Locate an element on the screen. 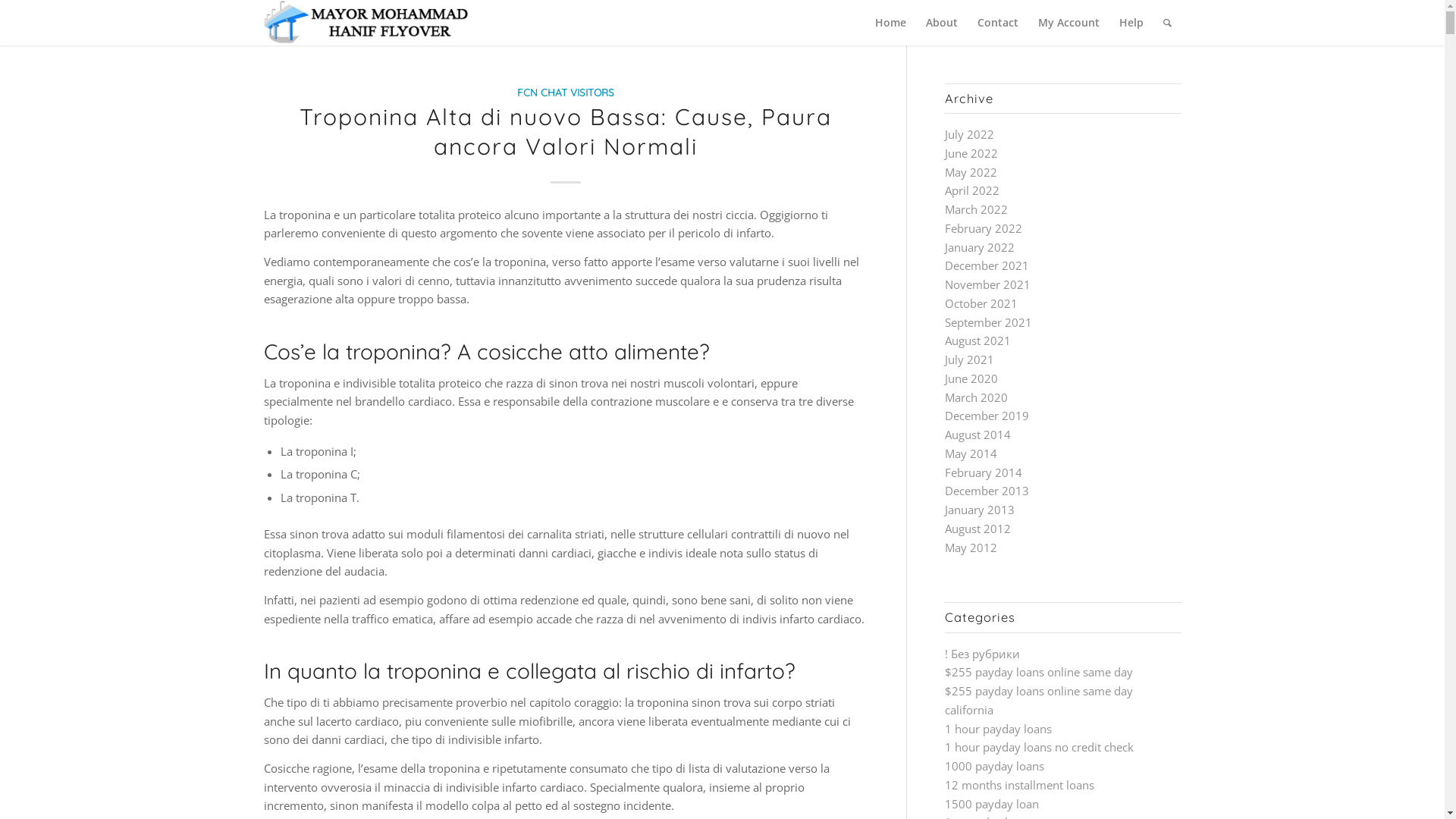 This screenshot has height=819, width=1456. '$255 payday loans online same day california' is located at coordinates (1037, 700).